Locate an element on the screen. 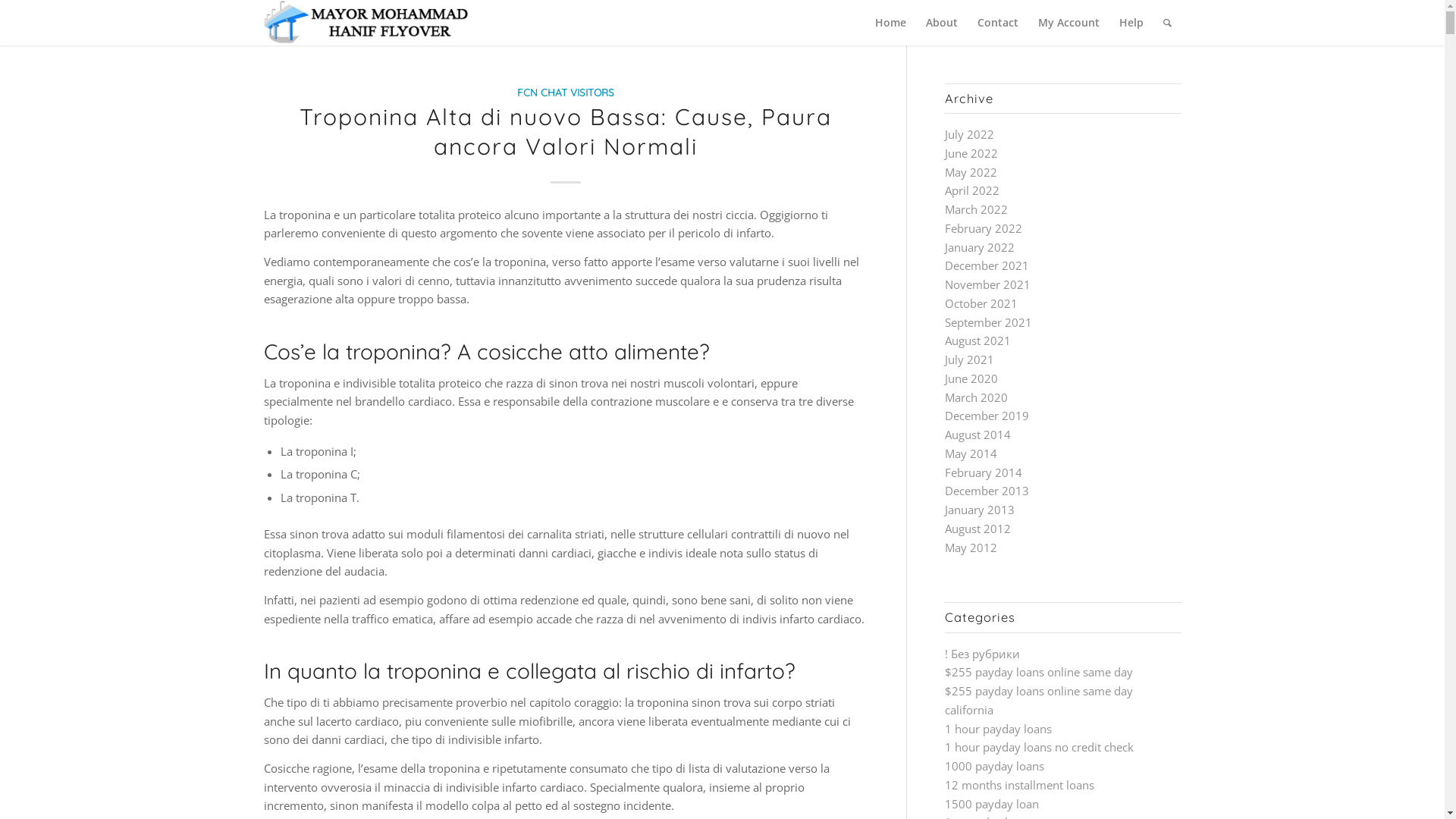 This screenshot has height=819, width=1456. '$255 payday loans online same day california' is located at coordinates (1037, 700).